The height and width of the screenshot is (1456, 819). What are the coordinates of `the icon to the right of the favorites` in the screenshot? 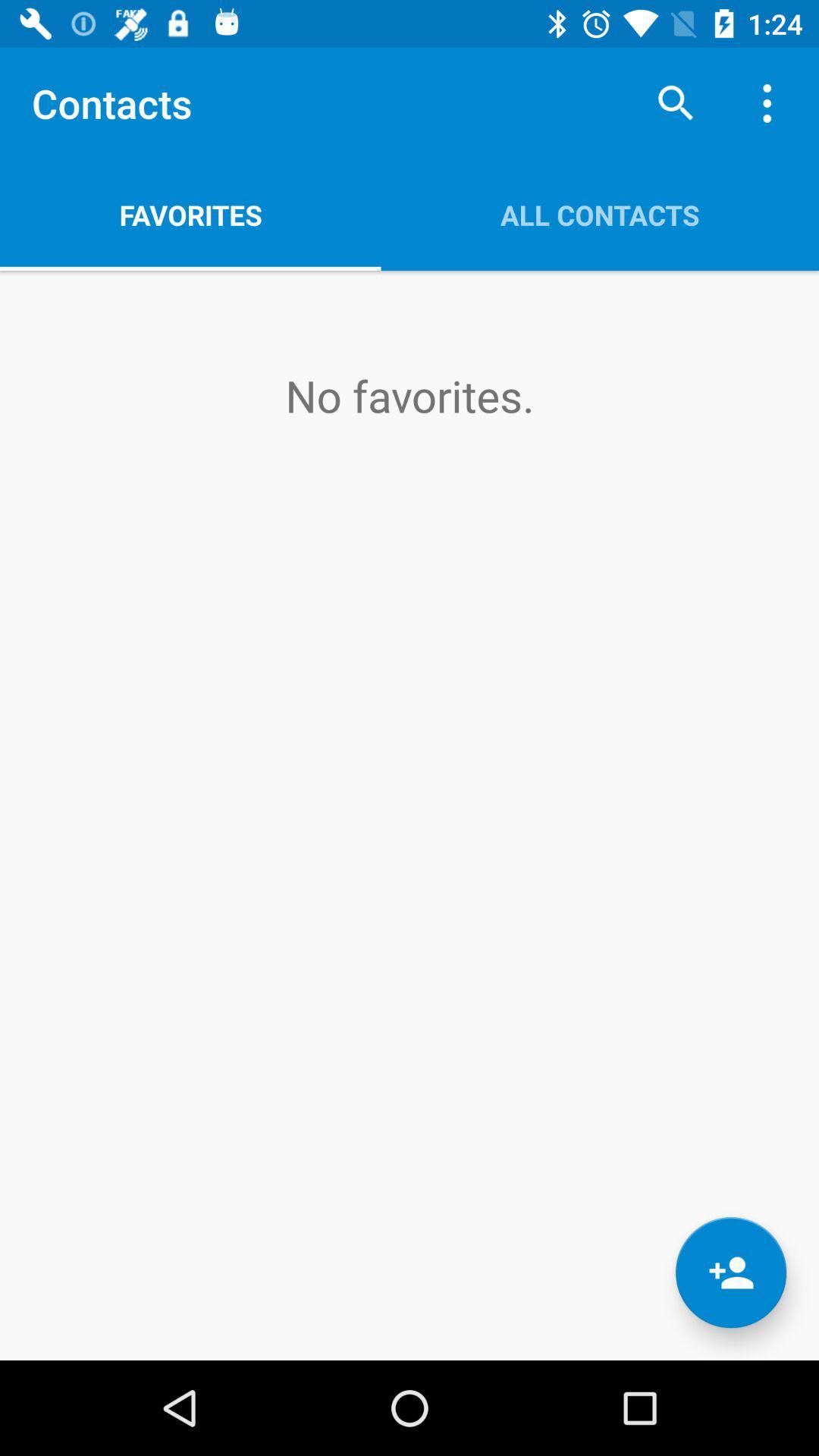 It's located at (675, 102).